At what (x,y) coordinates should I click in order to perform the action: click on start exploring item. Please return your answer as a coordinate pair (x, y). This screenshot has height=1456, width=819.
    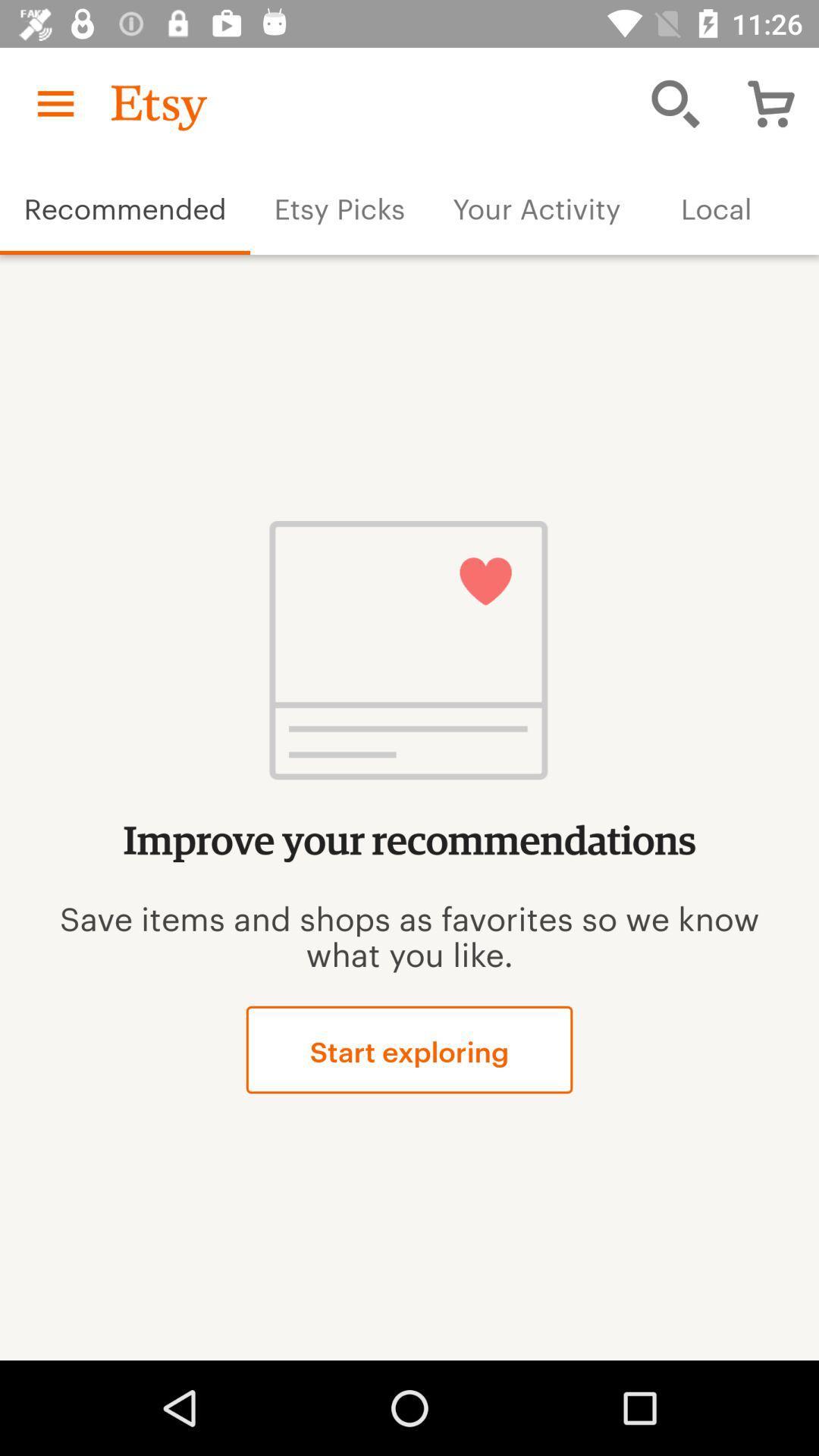
    Looking at the image, I should click on (409, 1049).